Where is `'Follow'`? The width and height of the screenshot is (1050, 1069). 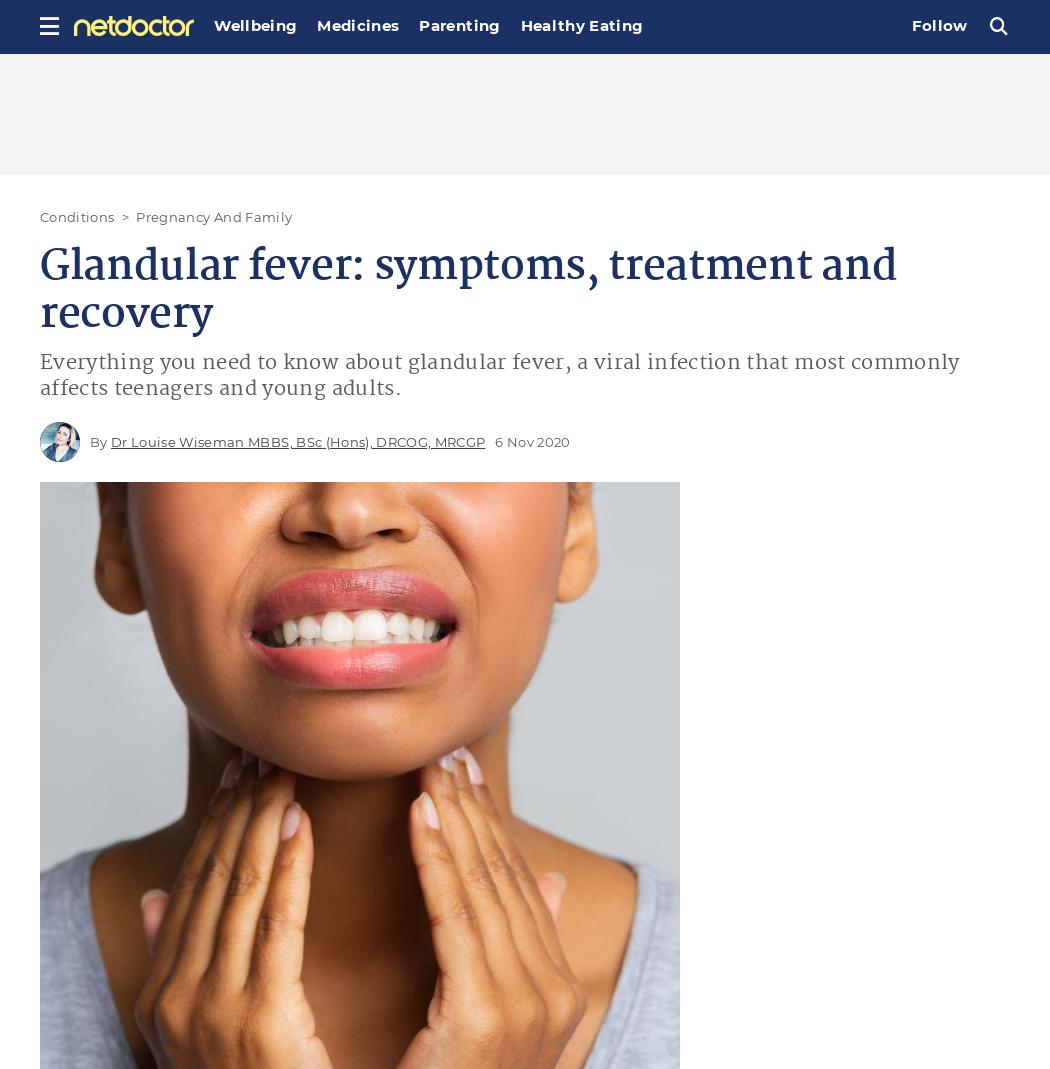
'Follow' is located at coordinates (938, 24).